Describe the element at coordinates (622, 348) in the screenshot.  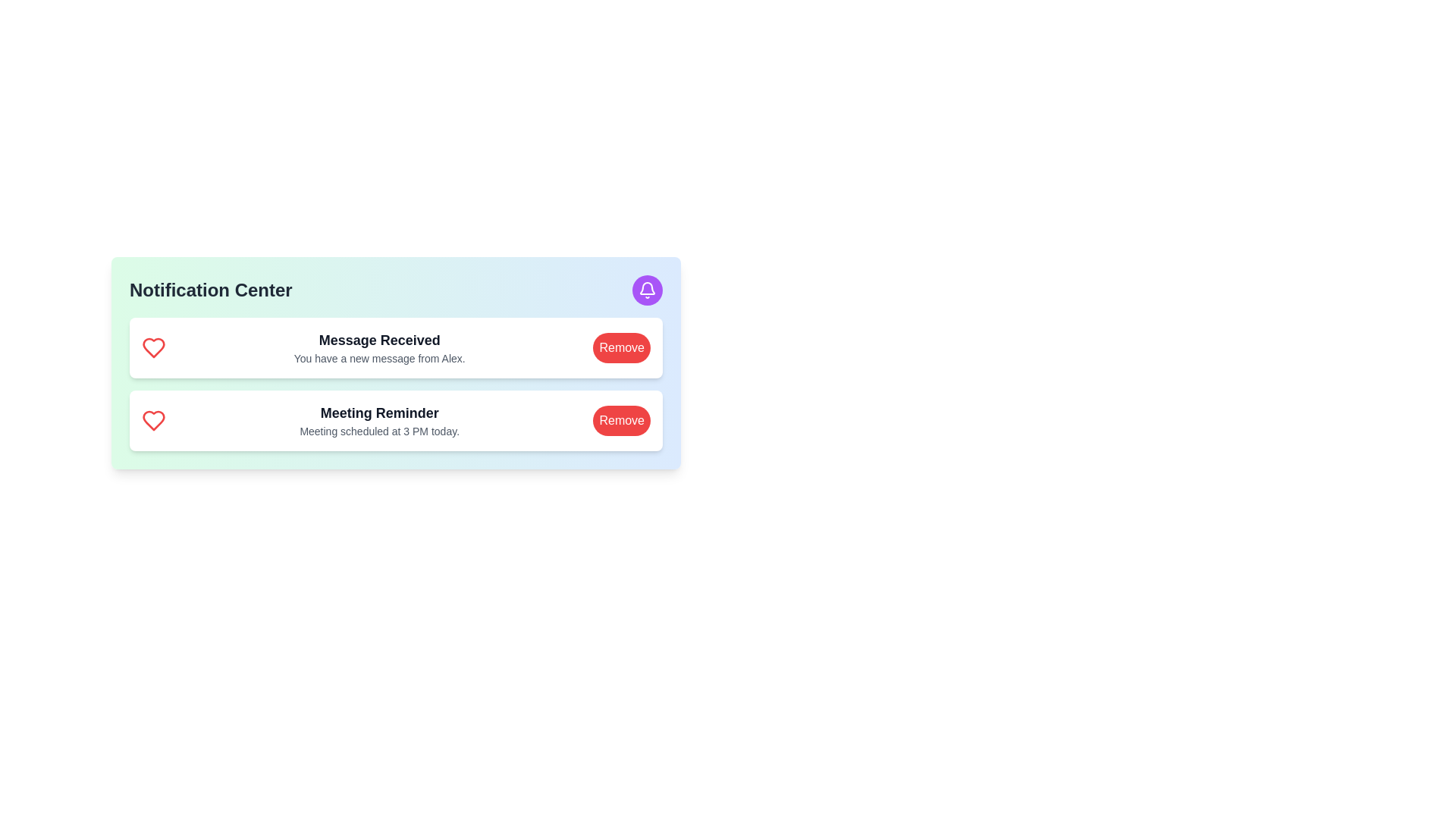
I see `the red button labeled 'Remove'` at that location.